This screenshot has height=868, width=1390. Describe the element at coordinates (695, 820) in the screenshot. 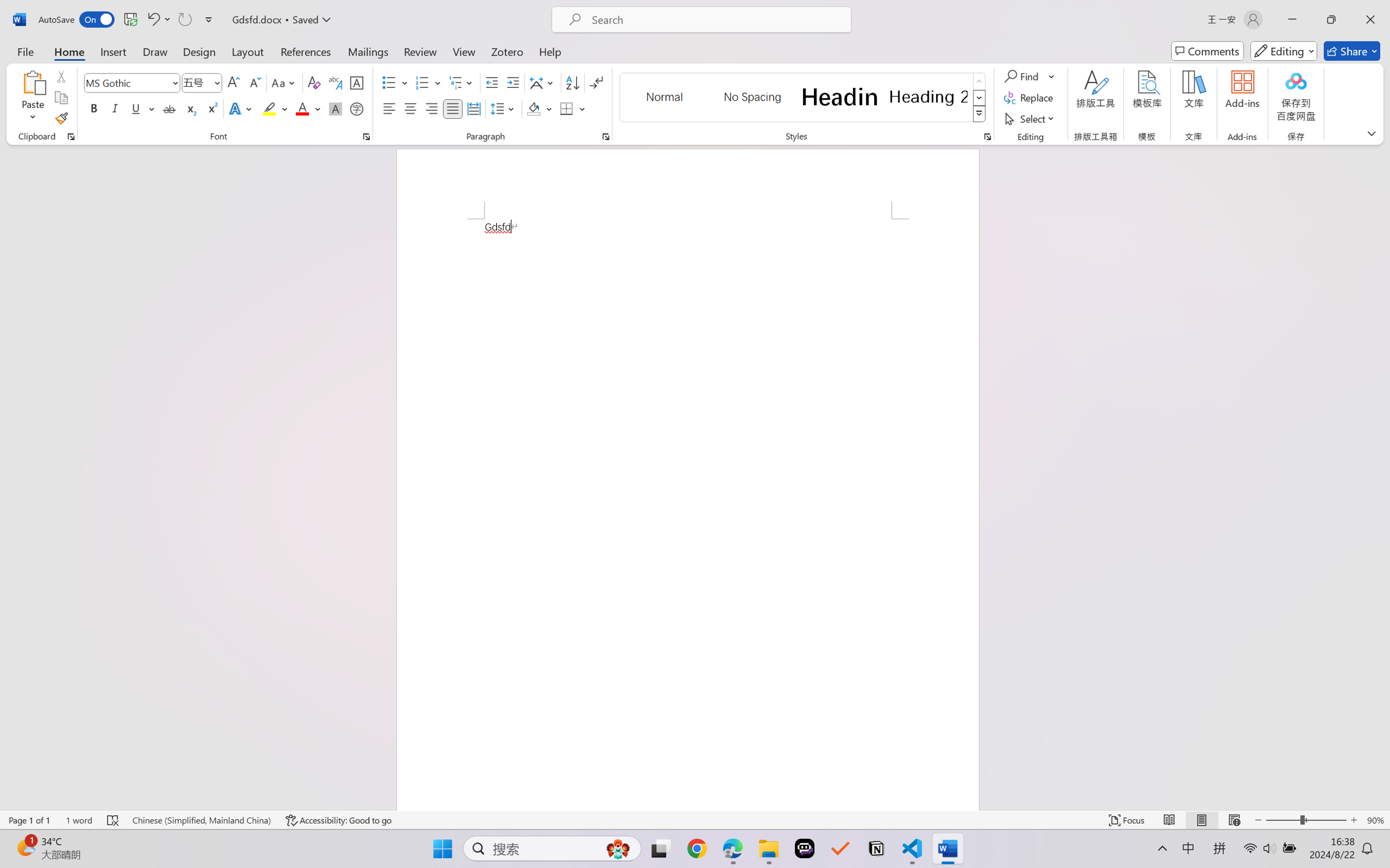

I see `'Class: MsoCommandBar'` at that location.